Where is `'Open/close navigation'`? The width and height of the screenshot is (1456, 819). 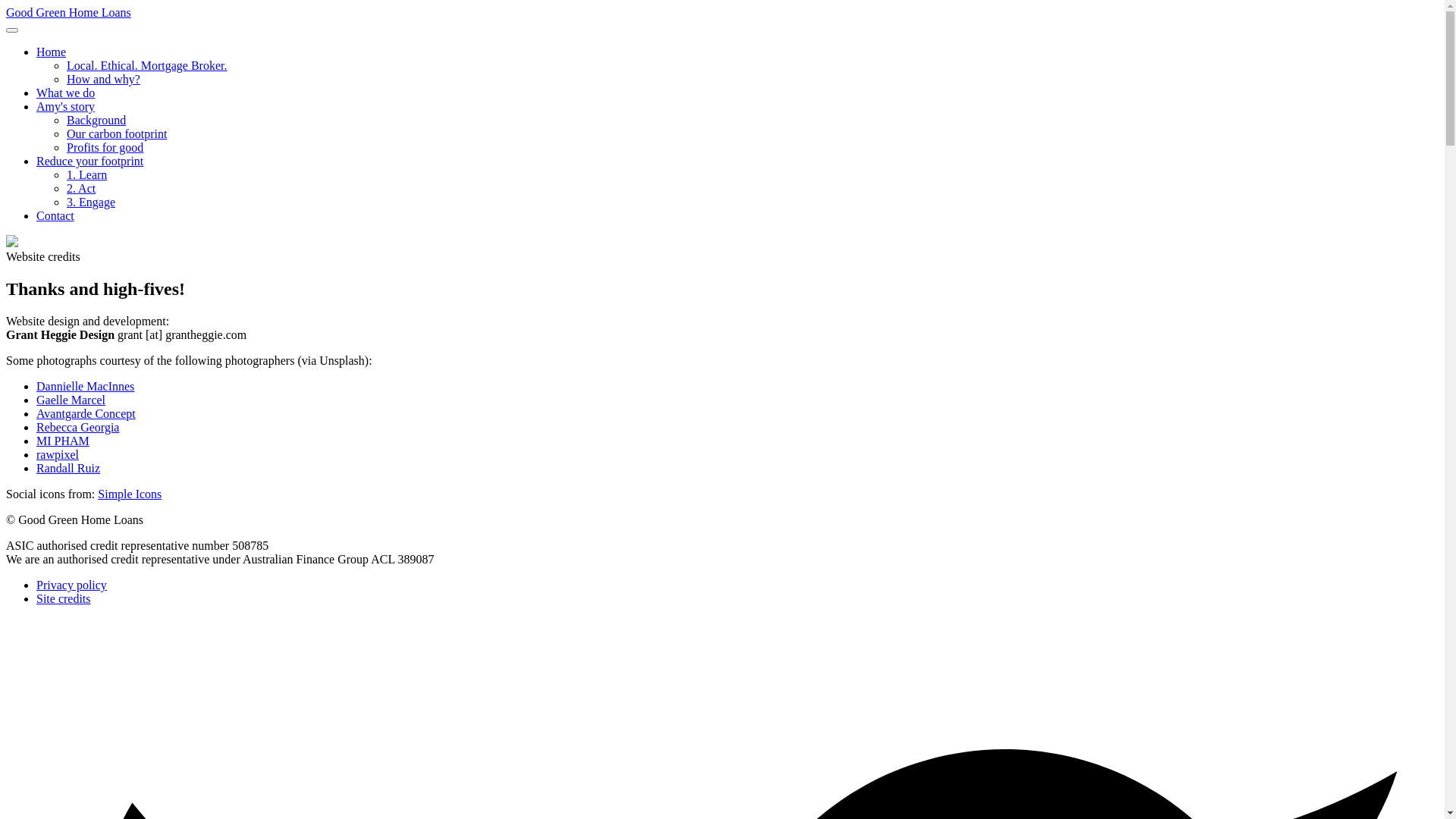
'Open/close navigation' is located at coordinates (6, 30).